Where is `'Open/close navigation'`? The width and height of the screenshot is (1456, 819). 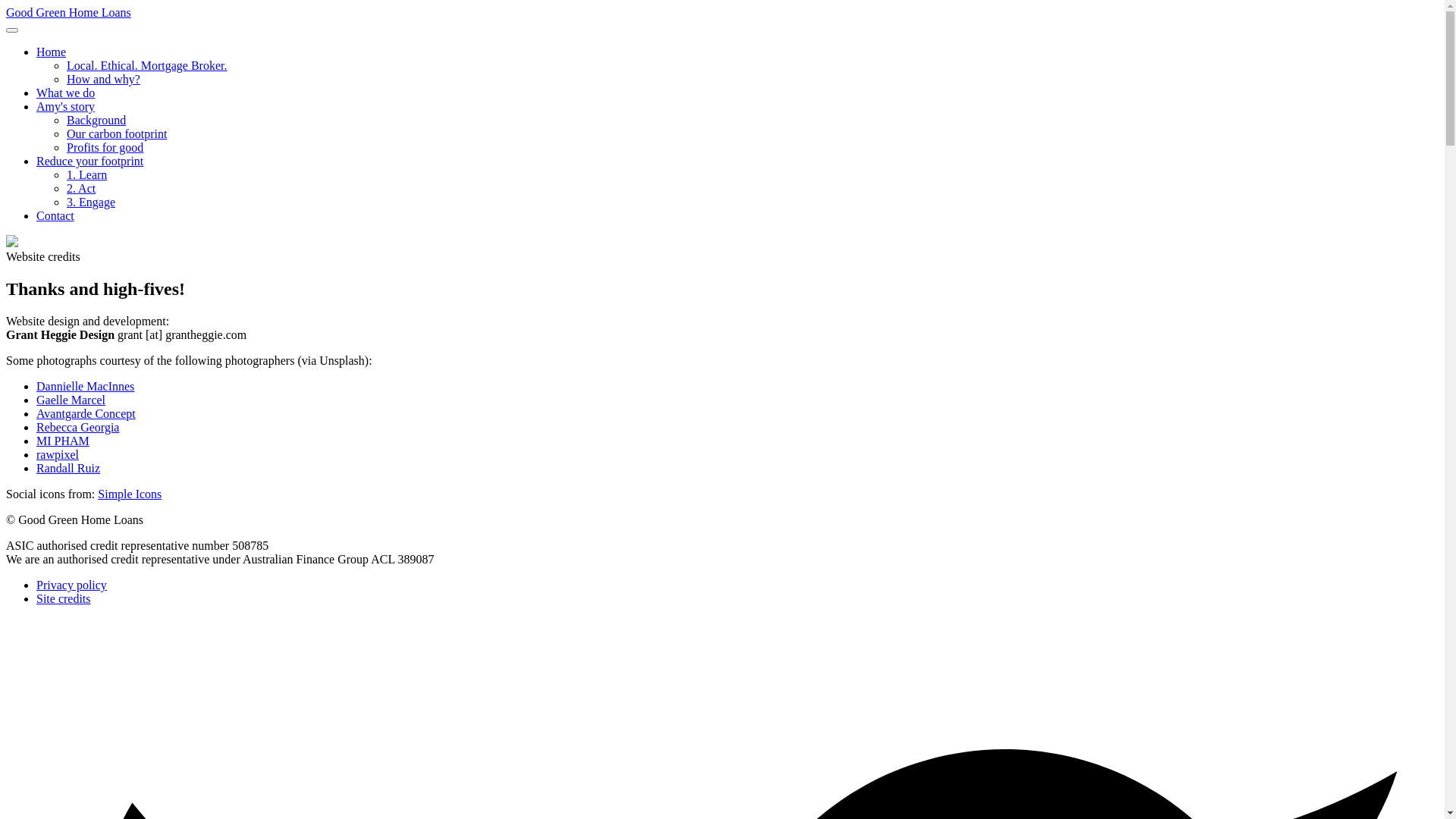
'Open/close navigation' is located at coordinates (6, 30).